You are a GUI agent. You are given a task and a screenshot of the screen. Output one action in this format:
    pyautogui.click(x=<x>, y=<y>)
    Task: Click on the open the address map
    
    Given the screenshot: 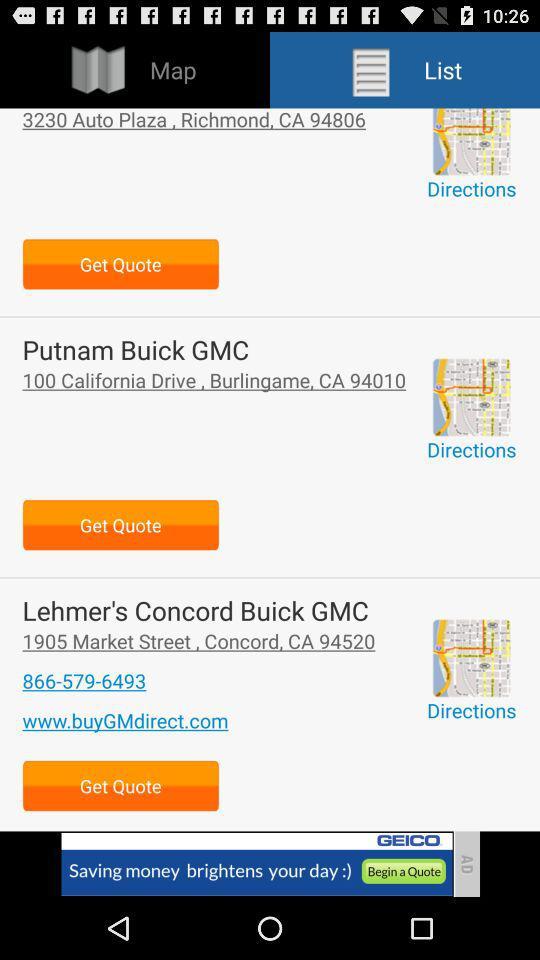 What is the action you would take?
    pyautogui.click(x=471, y=140)
    